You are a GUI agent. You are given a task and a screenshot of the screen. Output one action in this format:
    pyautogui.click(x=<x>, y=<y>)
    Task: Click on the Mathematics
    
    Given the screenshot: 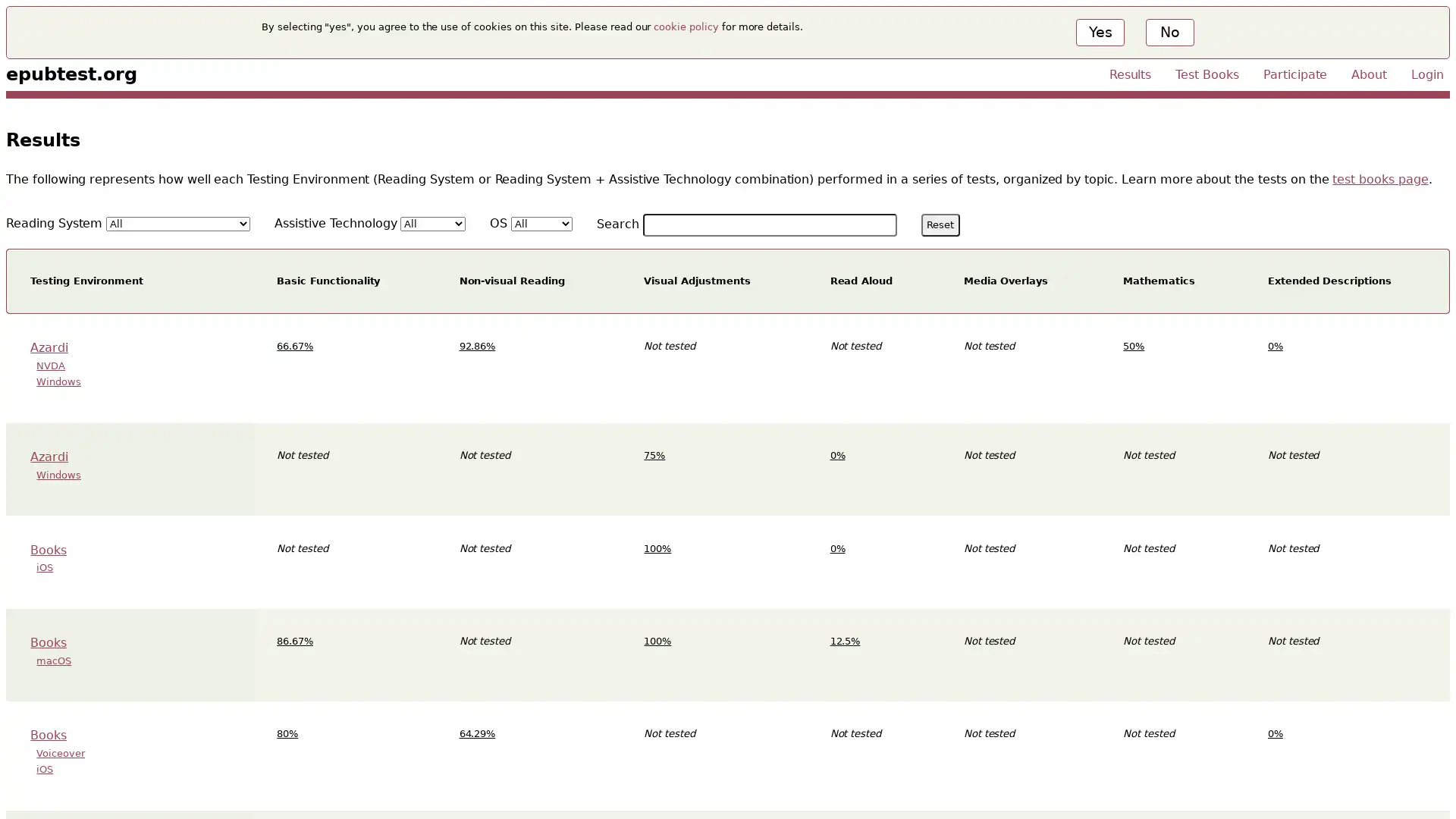 What is the action you would take?
    pyautogui.click(x=1157, y=281)
    